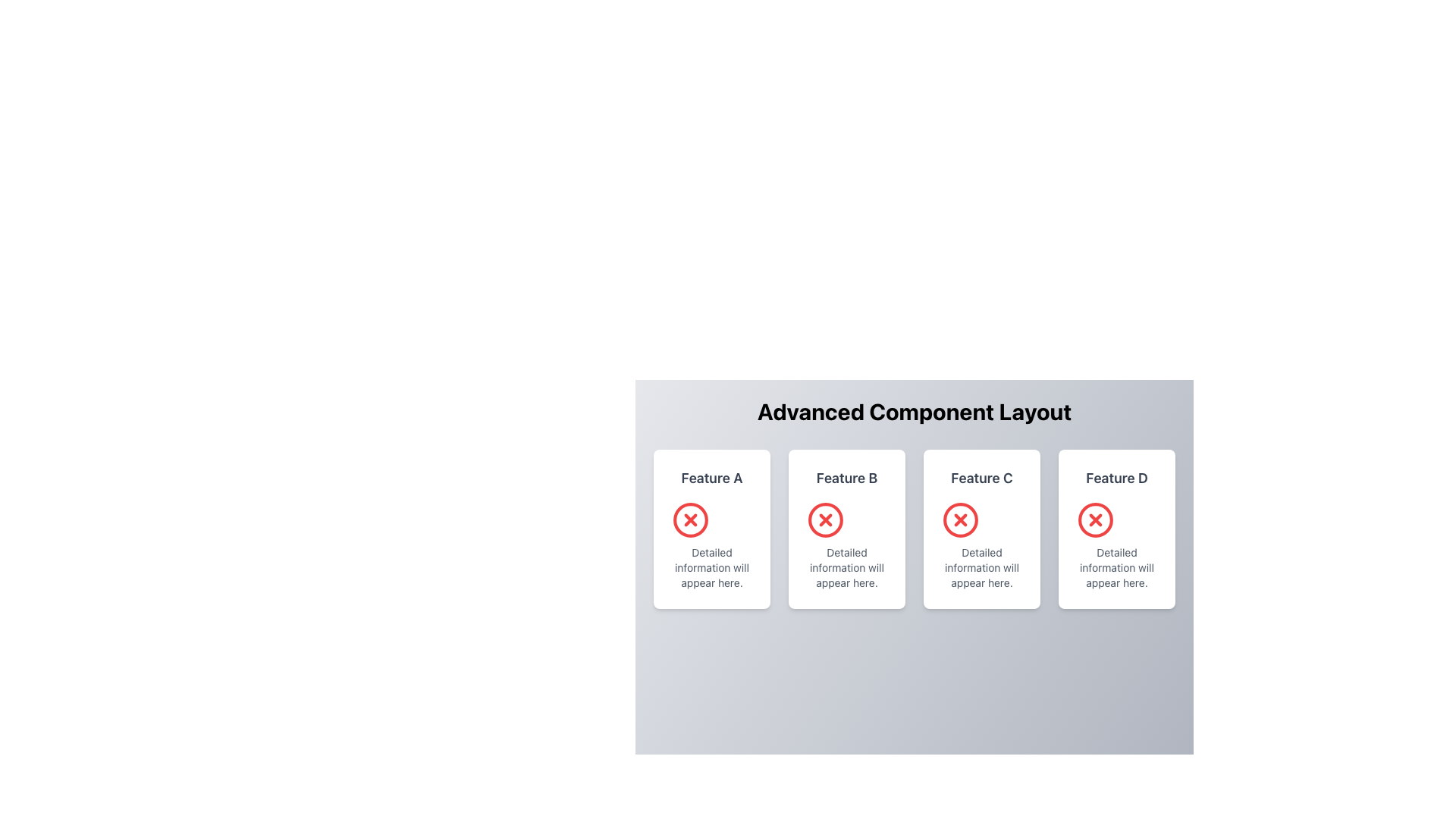  What do you see at coordinates (1095, 519) in the screenshot?
I see `the error/warning icon within the fourth feature card labeled 'Feature D', which indicates an issue related to the feature` at bounding box center [1095, 519].